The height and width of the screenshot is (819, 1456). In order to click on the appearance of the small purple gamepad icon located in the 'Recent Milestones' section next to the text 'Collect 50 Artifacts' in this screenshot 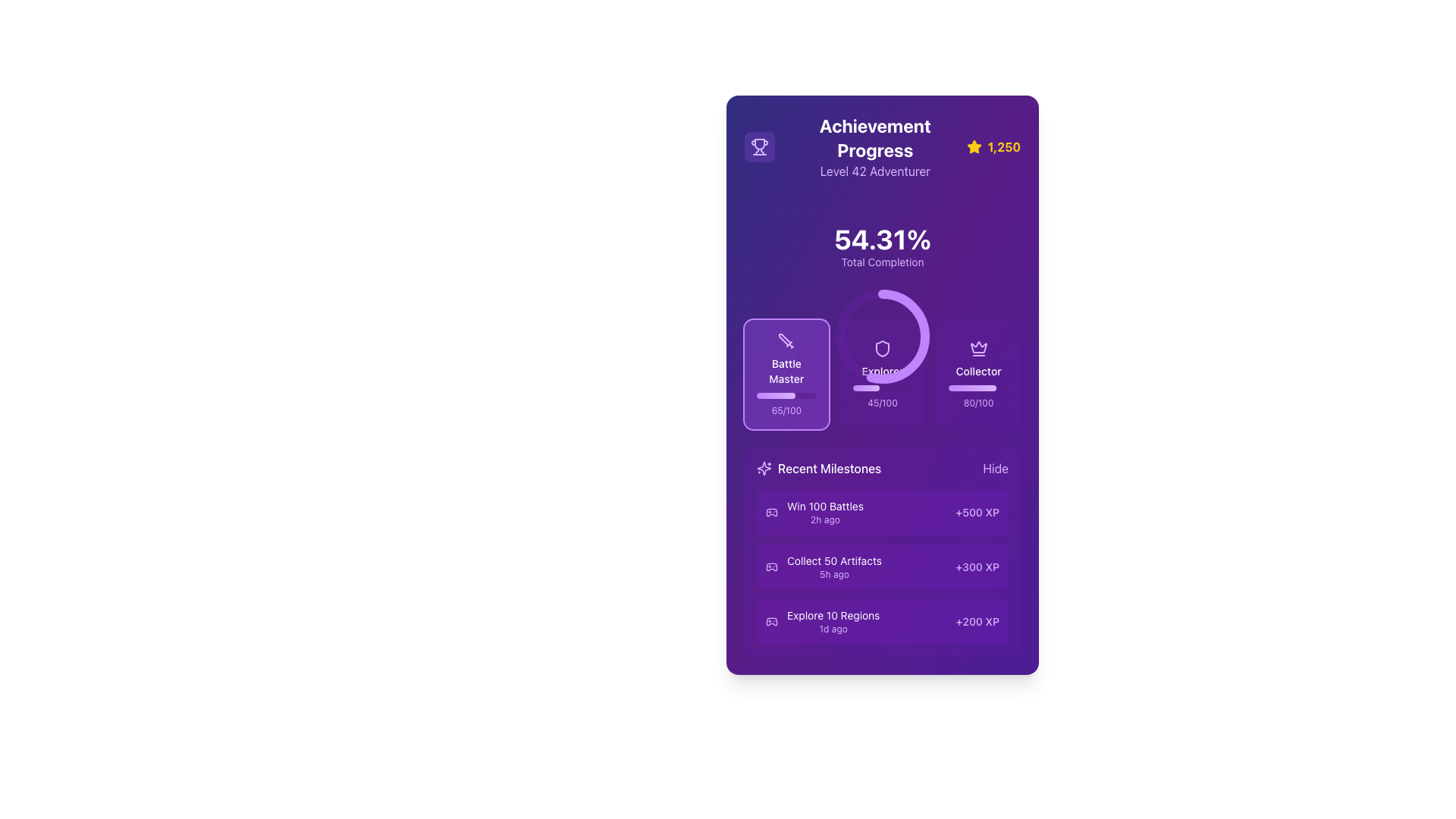, I will do `click(771, 567)`.